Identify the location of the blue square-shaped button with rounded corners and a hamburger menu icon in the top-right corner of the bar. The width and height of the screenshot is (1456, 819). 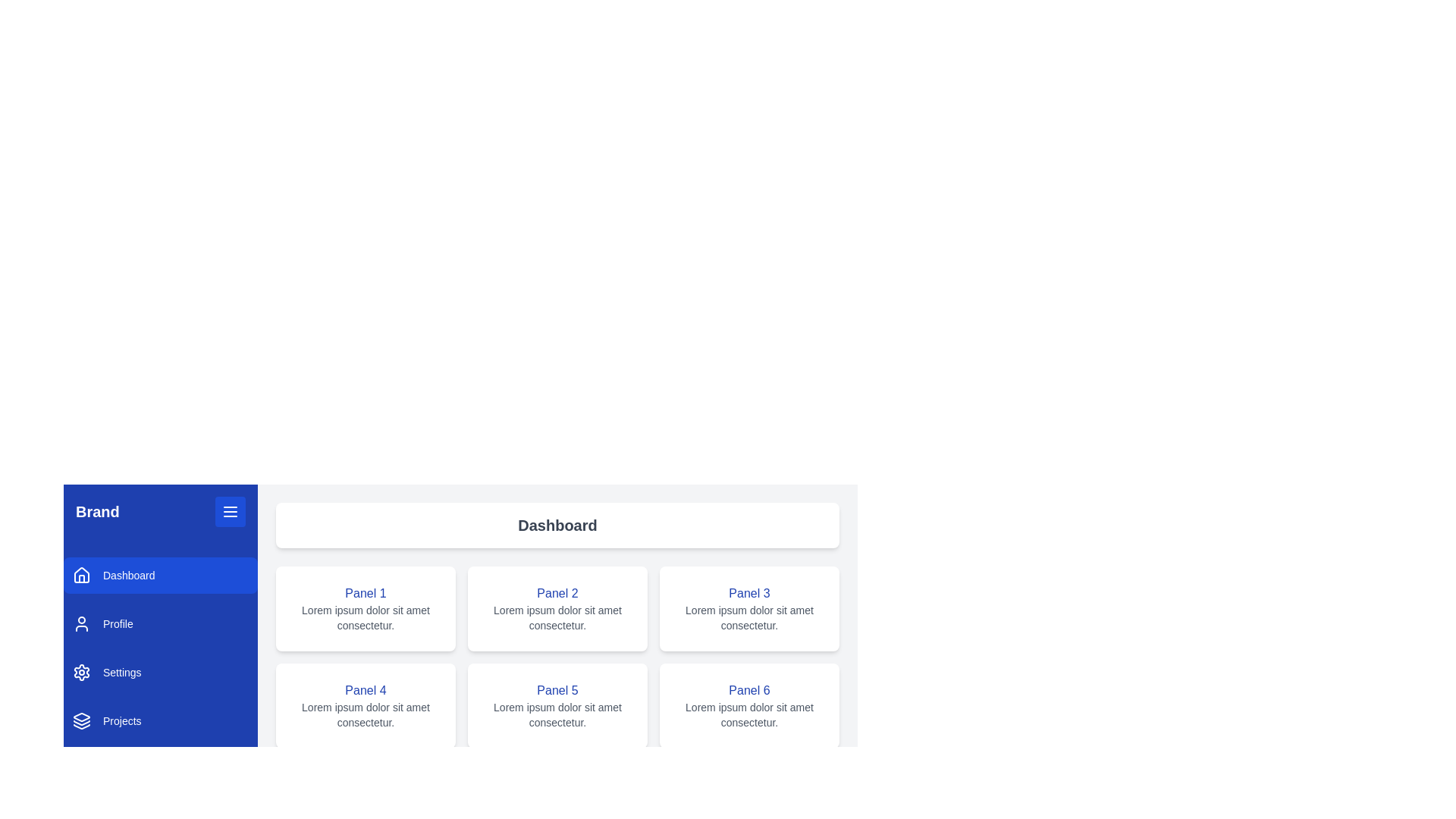
(229, 512).